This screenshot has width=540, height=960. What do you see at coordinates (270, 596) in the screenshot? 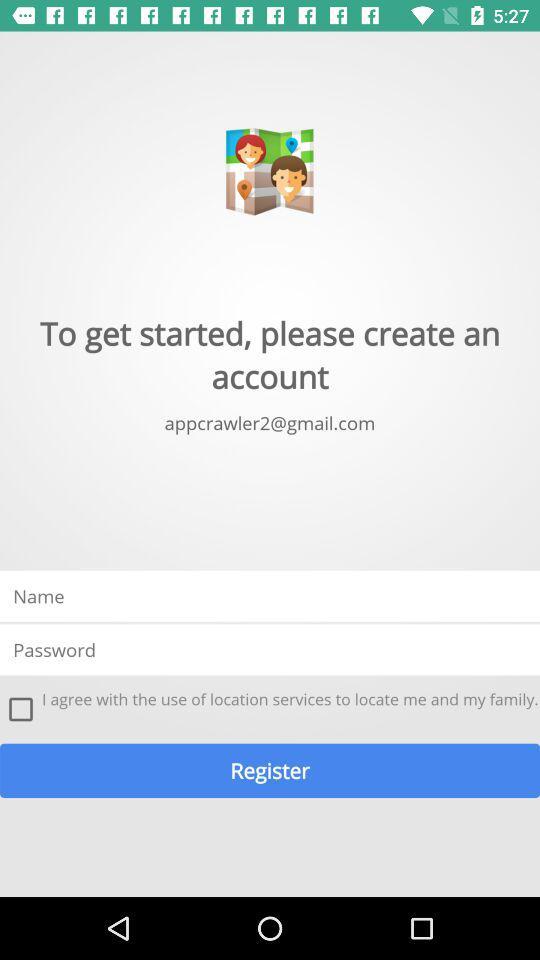
I see `type name` at bounding box center [270, 596].